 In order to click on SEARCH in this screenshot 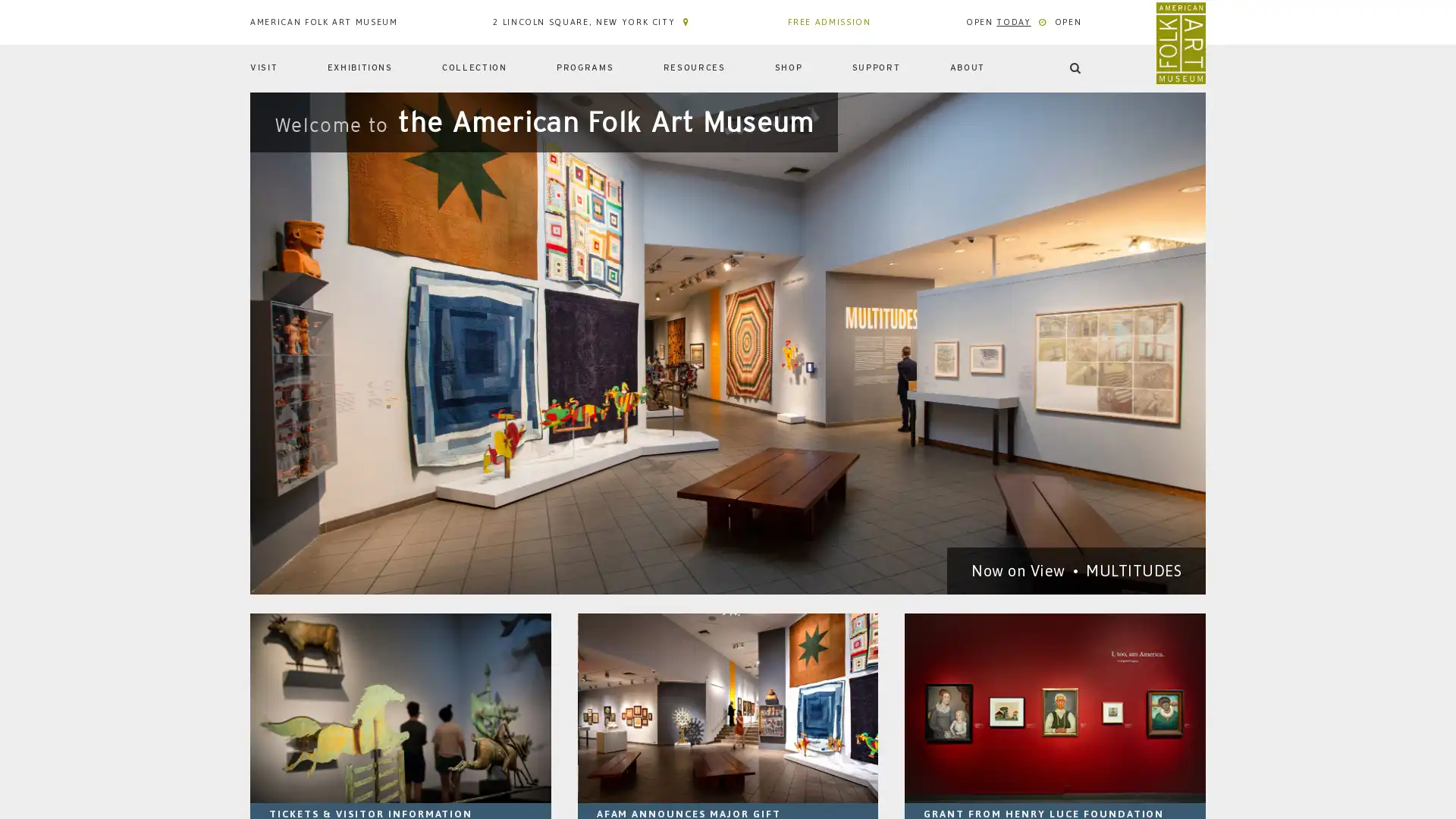, I will do `click(1166, 120)`.